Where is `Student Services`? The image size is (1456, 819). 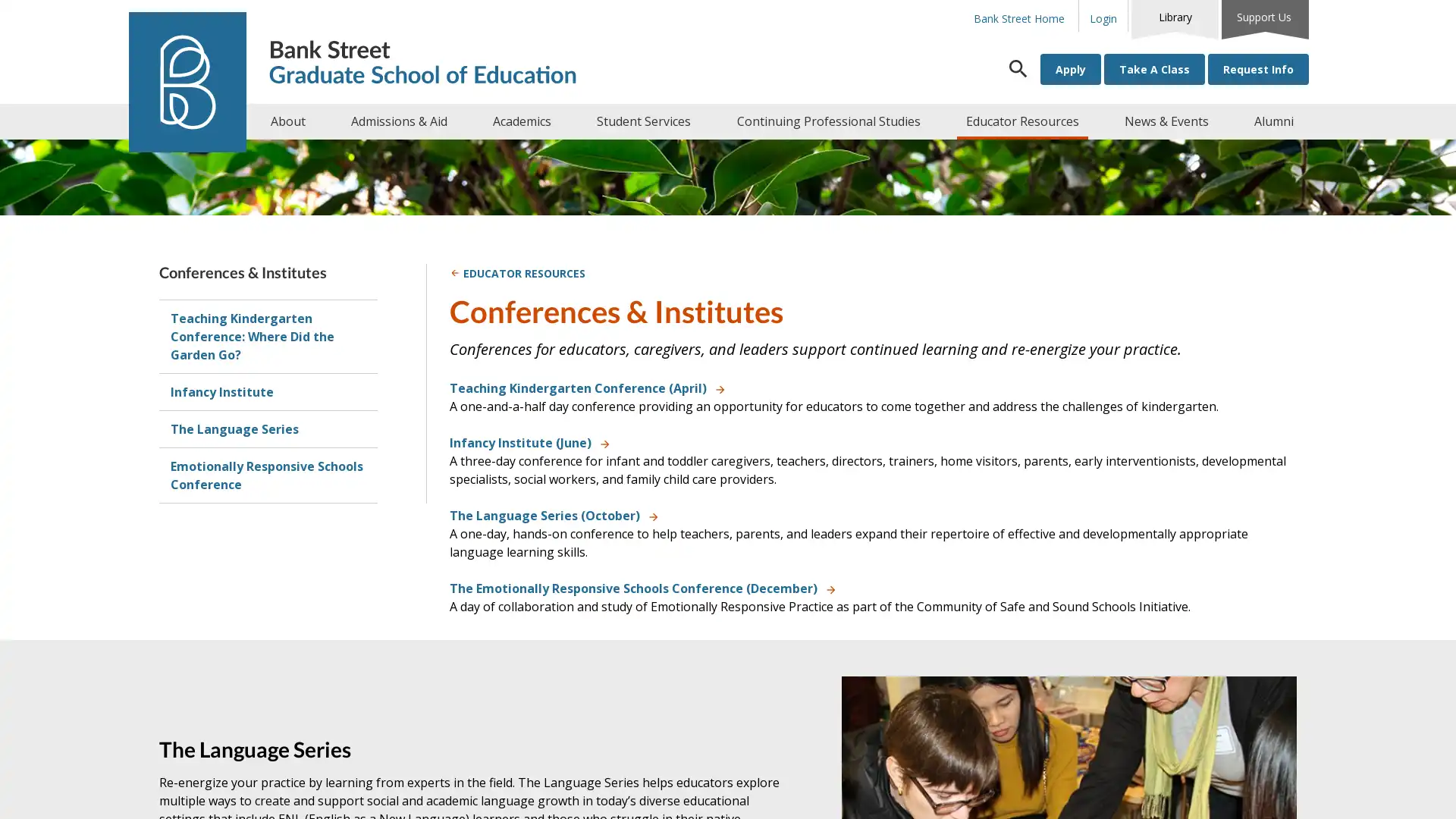 Student Services is located at coordinates (644, 121).